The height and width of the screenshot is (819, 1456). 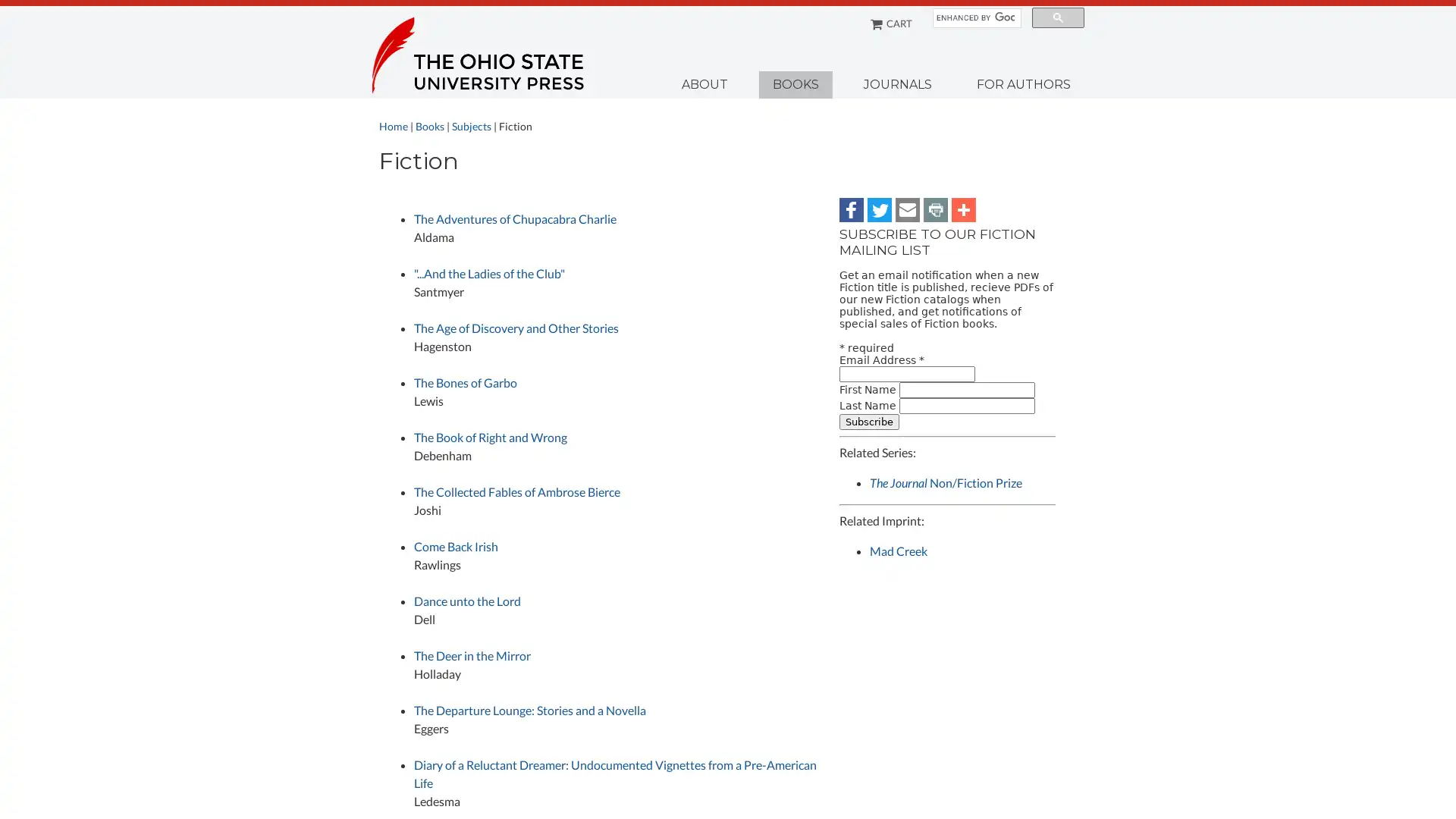 I want to click on Share to Print, so click(x=934, y=209).